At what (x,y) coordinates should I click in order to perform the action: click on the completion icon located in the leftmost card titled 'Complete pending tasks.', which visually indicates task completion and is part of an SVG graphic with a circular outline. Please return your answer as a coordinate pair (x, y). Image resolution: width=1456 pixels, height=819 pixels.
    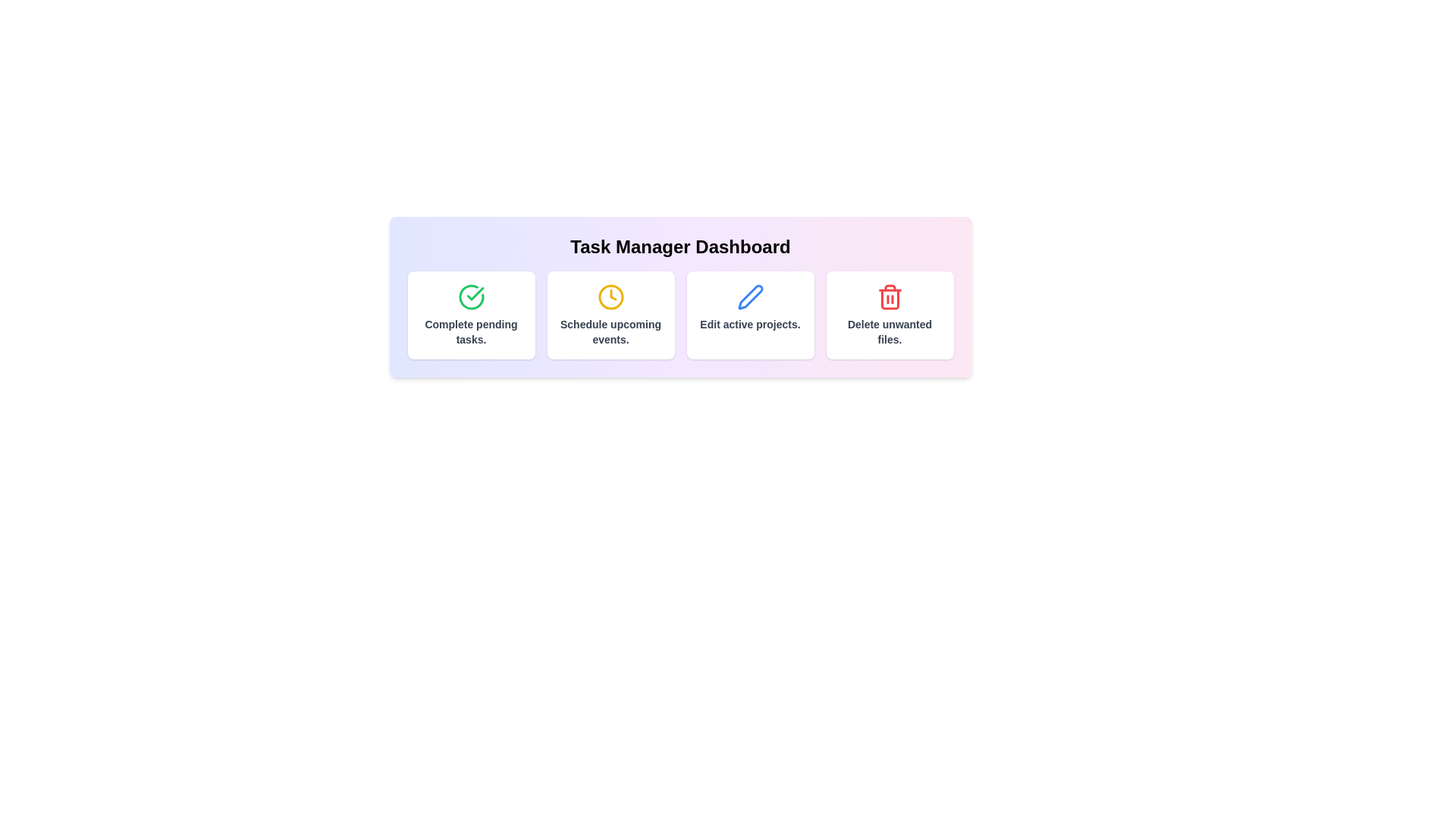
    Looking at the image, I should click on (474, 293).